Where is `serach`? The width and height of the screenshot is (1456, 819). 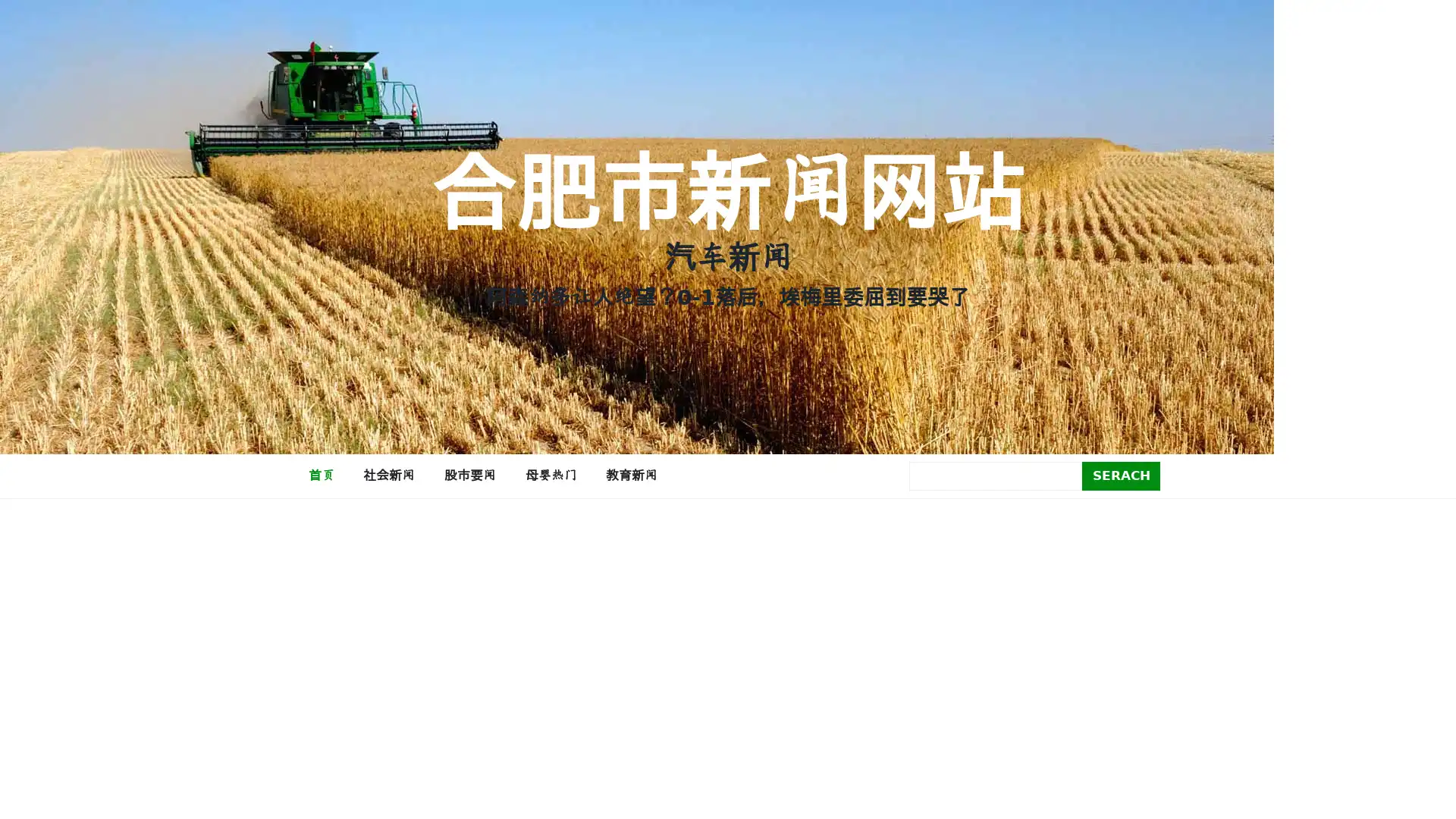 serach is located at coordinates (1121, 475).